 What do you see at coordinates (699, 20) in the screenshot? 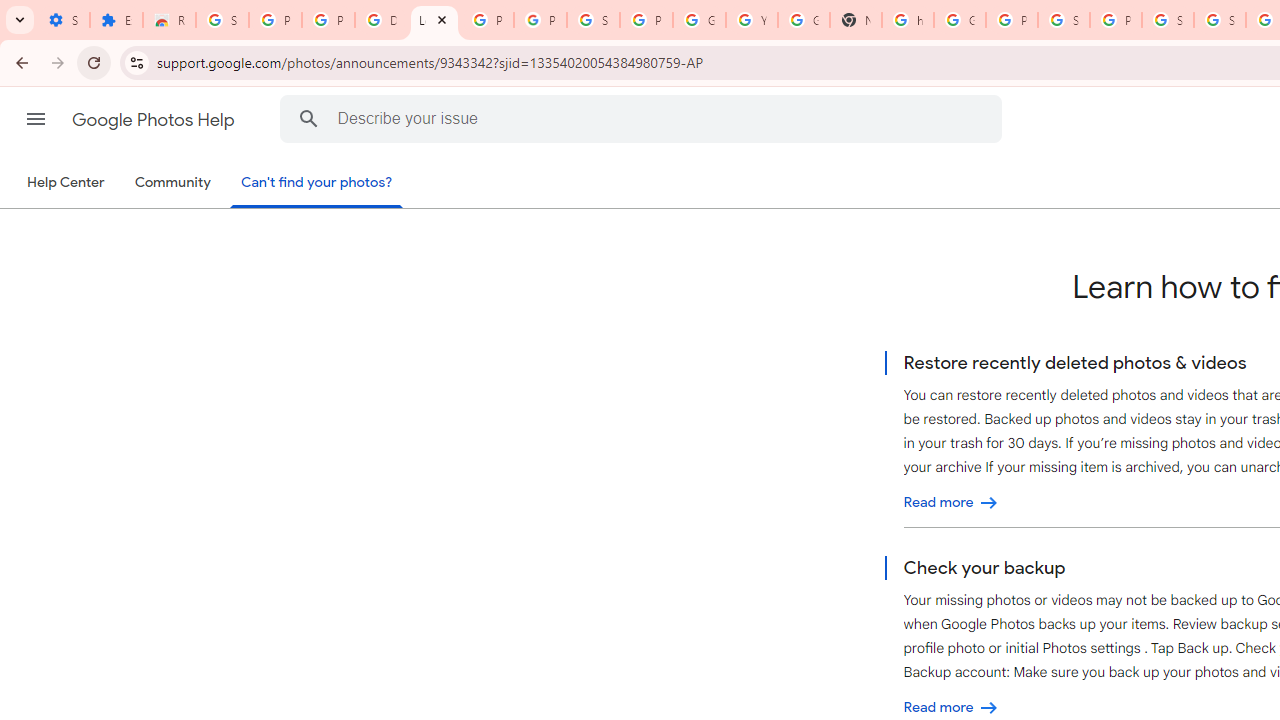
I see `'Google Account'` at bounding box center [699, 20].